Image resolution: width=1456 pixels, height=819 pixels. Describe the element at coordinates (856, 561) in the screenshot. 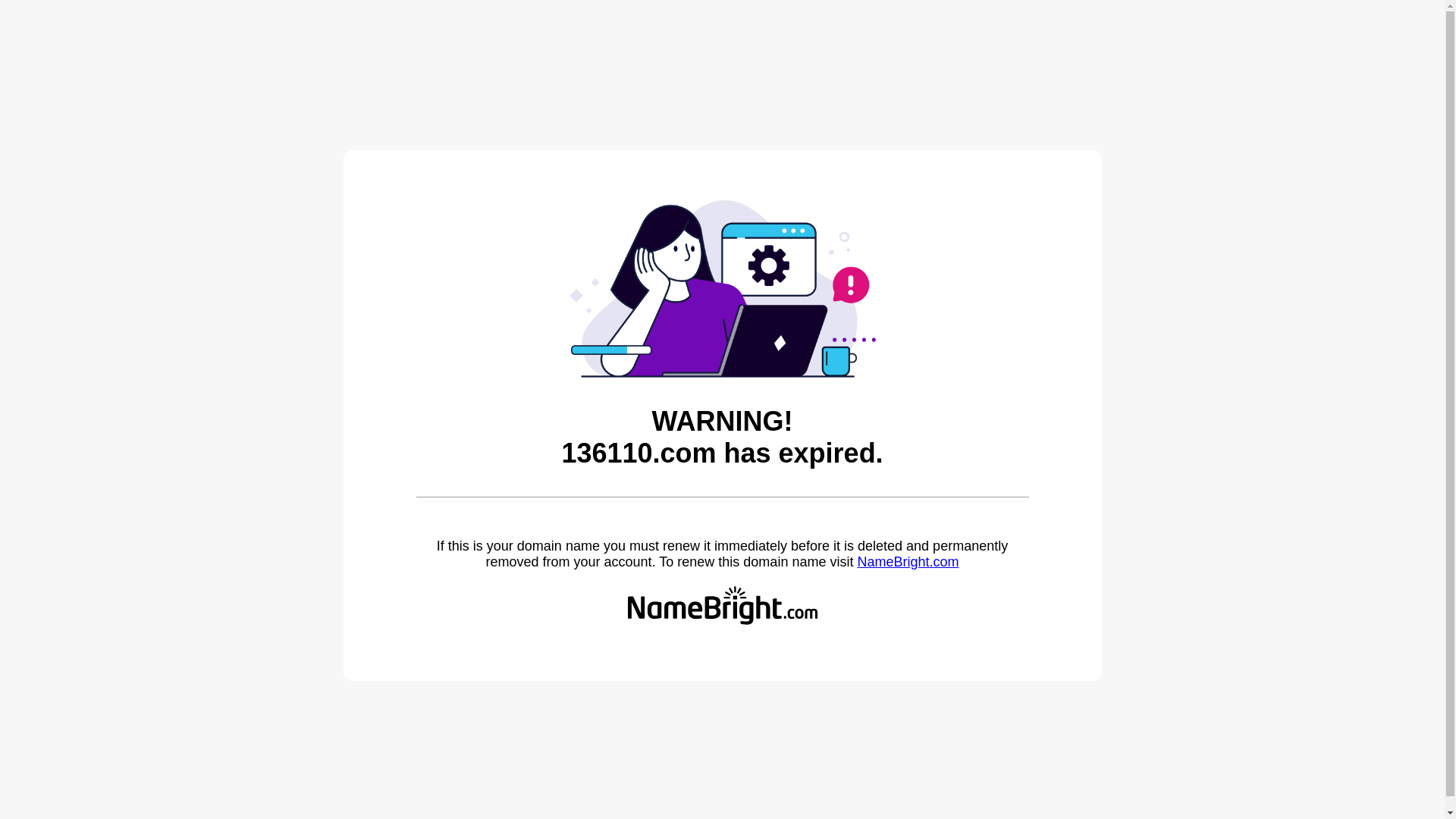

I see `'NameBright.com'` at that location.